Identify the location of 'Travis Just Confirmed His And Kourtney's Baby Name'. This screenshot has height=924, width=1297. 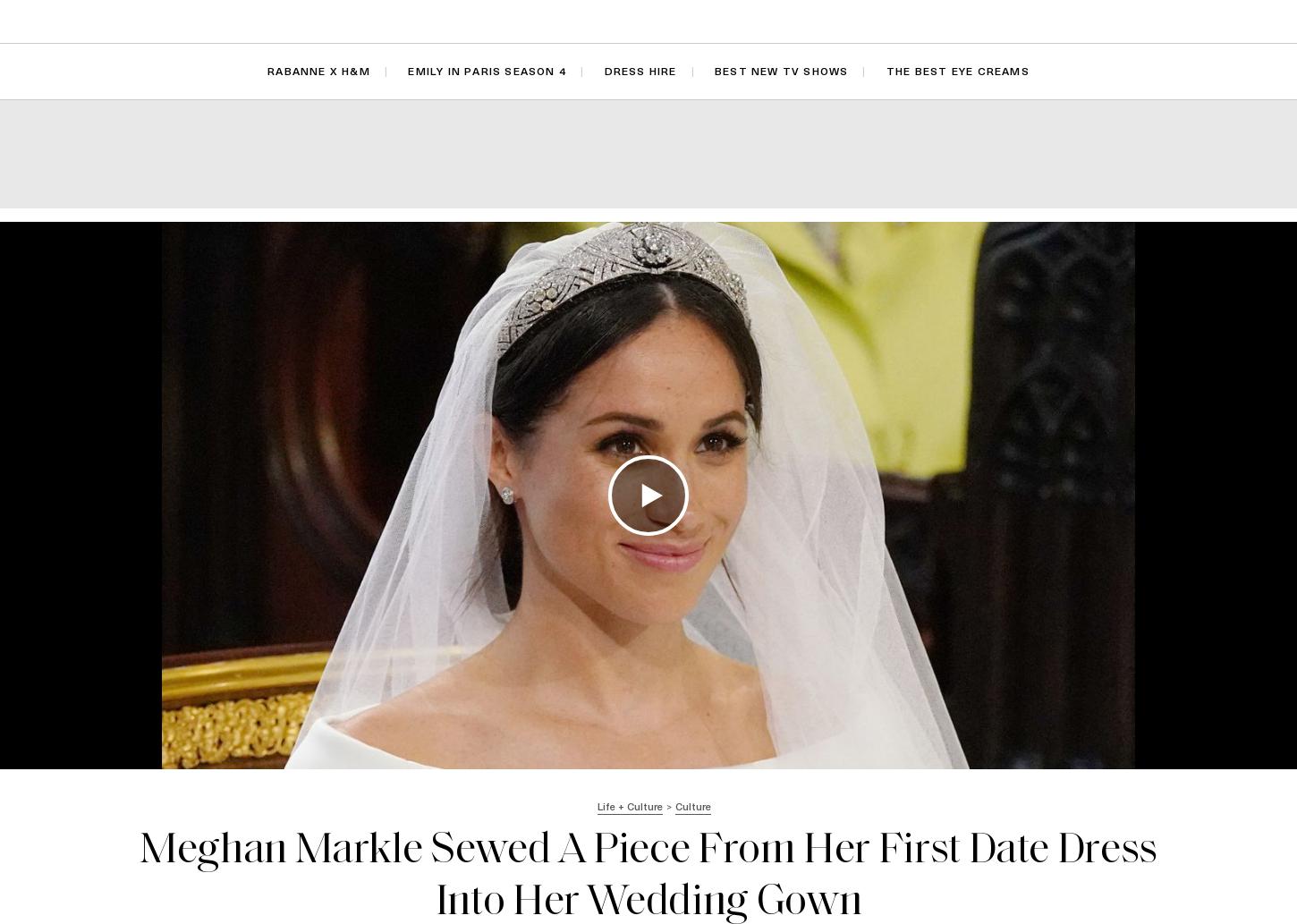
(645, 566).